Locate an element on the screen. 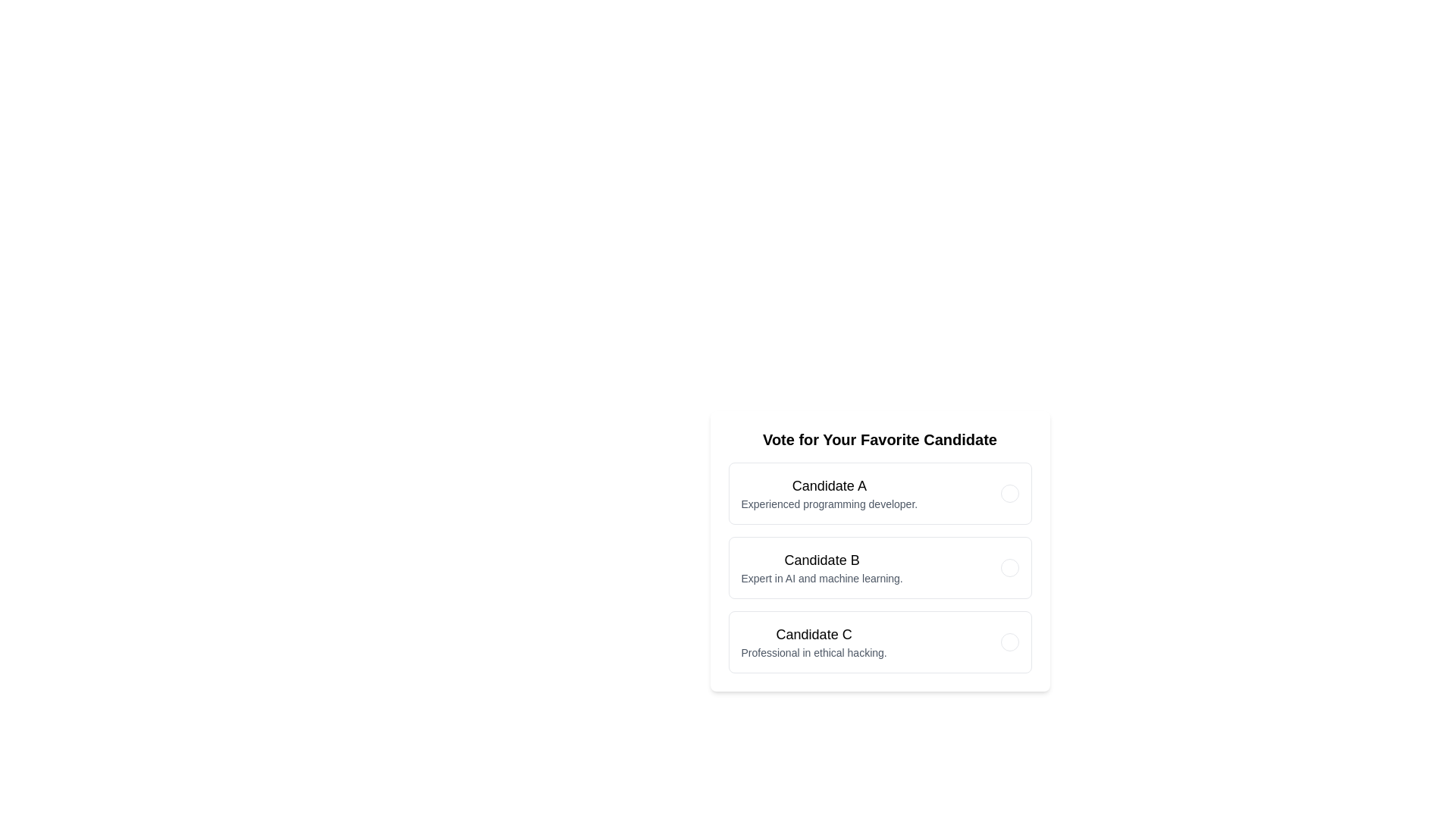  the interactive area for Candidate B to toggle the vote state is located at coordinates (880, 567).